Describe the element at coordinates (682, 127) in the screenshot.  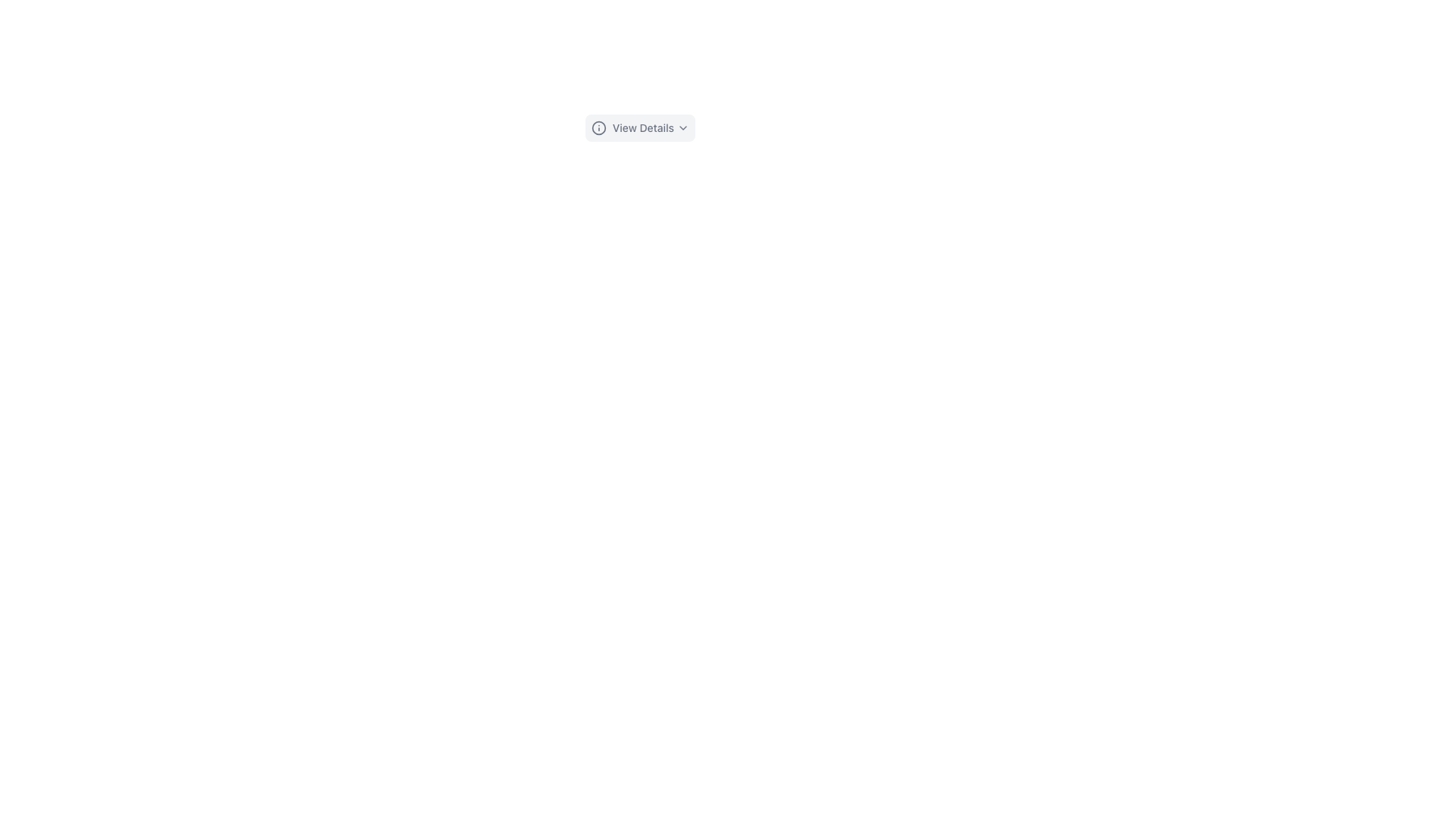
I see `the icon located to the right of the 'View Details' text in the button-like structure` at that location.